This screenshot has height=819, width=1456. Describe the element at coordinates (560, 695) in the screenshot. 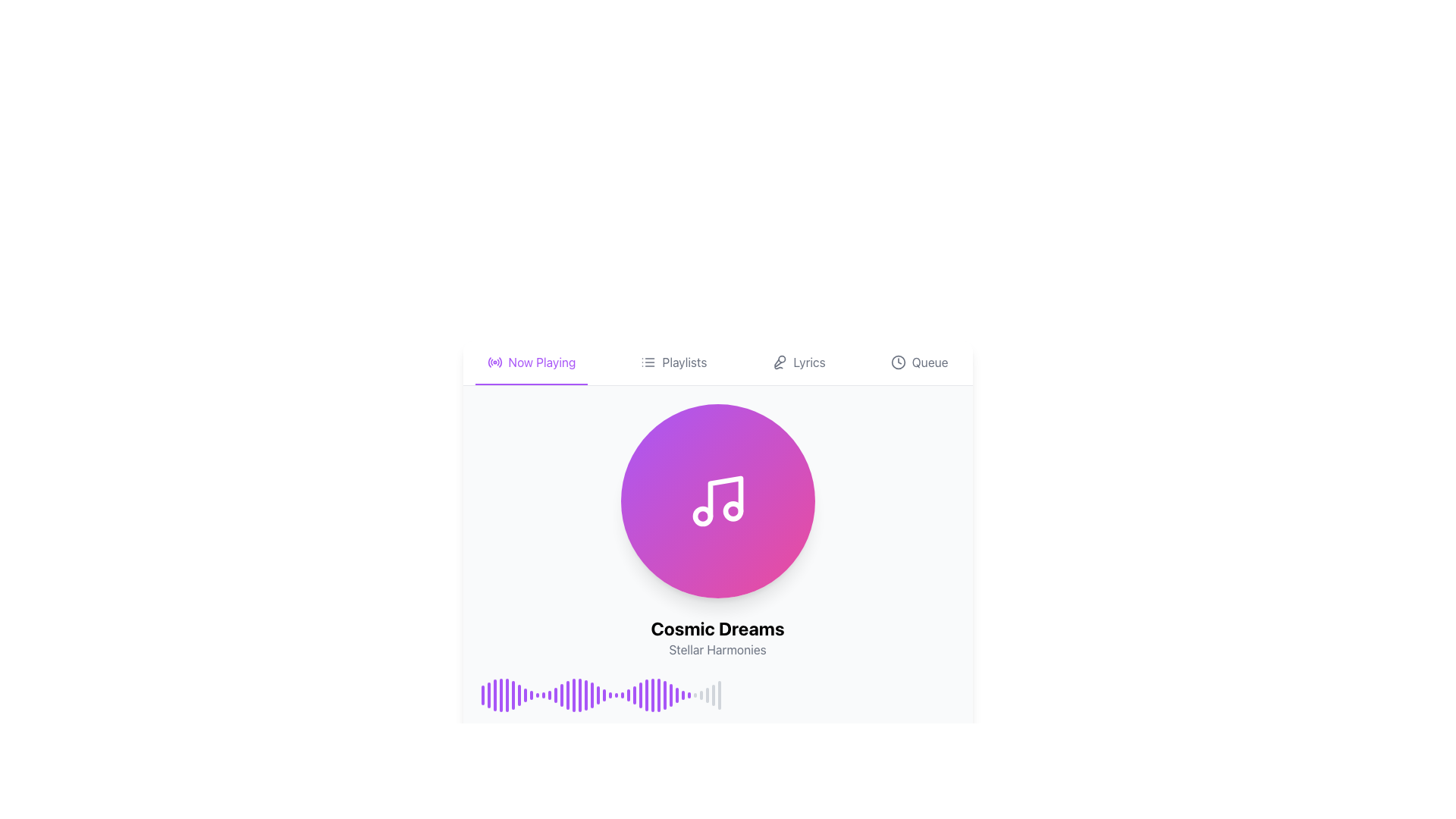

I see `the 14th bar of the waveform visualization to manipulate the audio representation` at that location.